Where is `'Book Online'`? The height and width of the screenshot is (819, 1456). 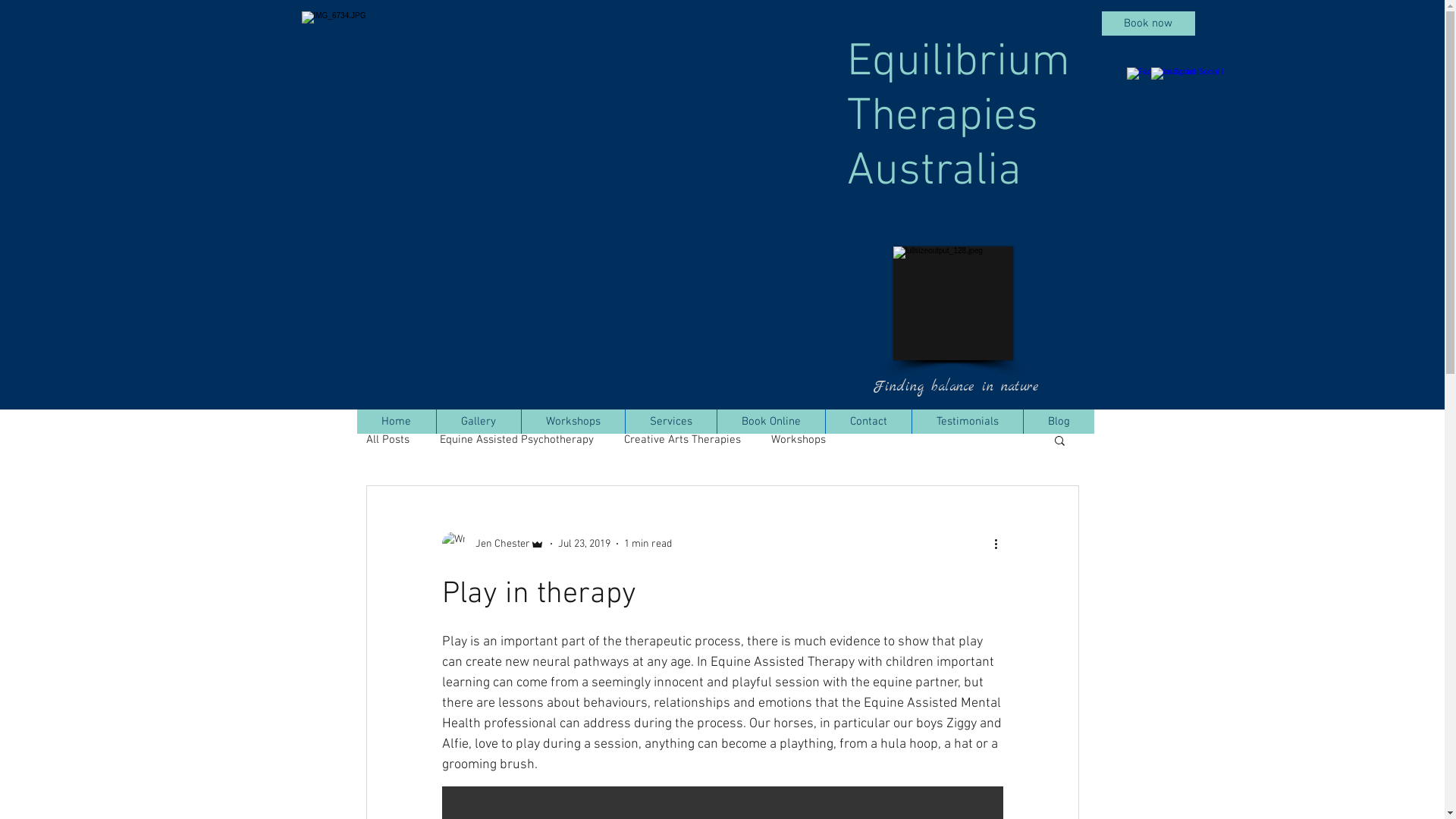
'Book Online' is located at coordinates (770, 421).